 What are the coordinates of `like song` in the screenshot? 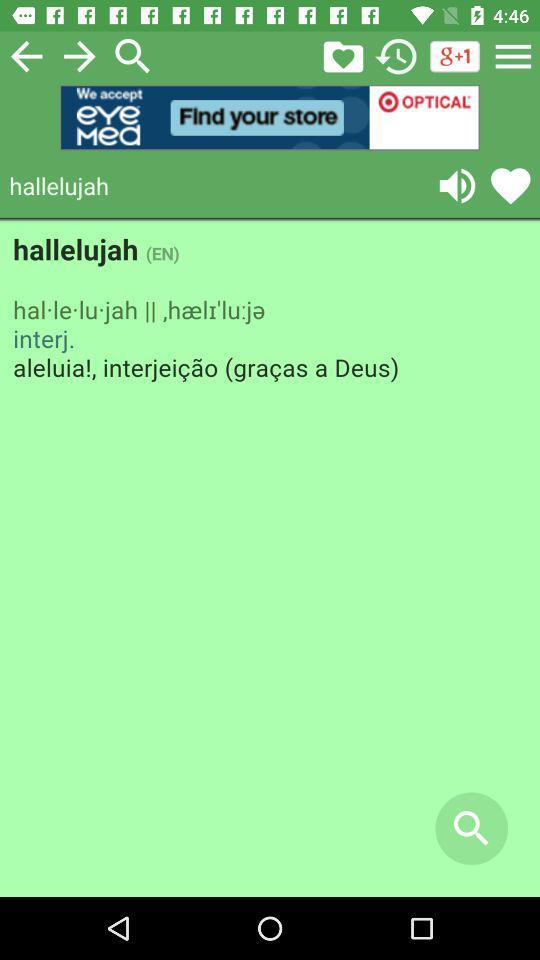 It's located at (510, 185).